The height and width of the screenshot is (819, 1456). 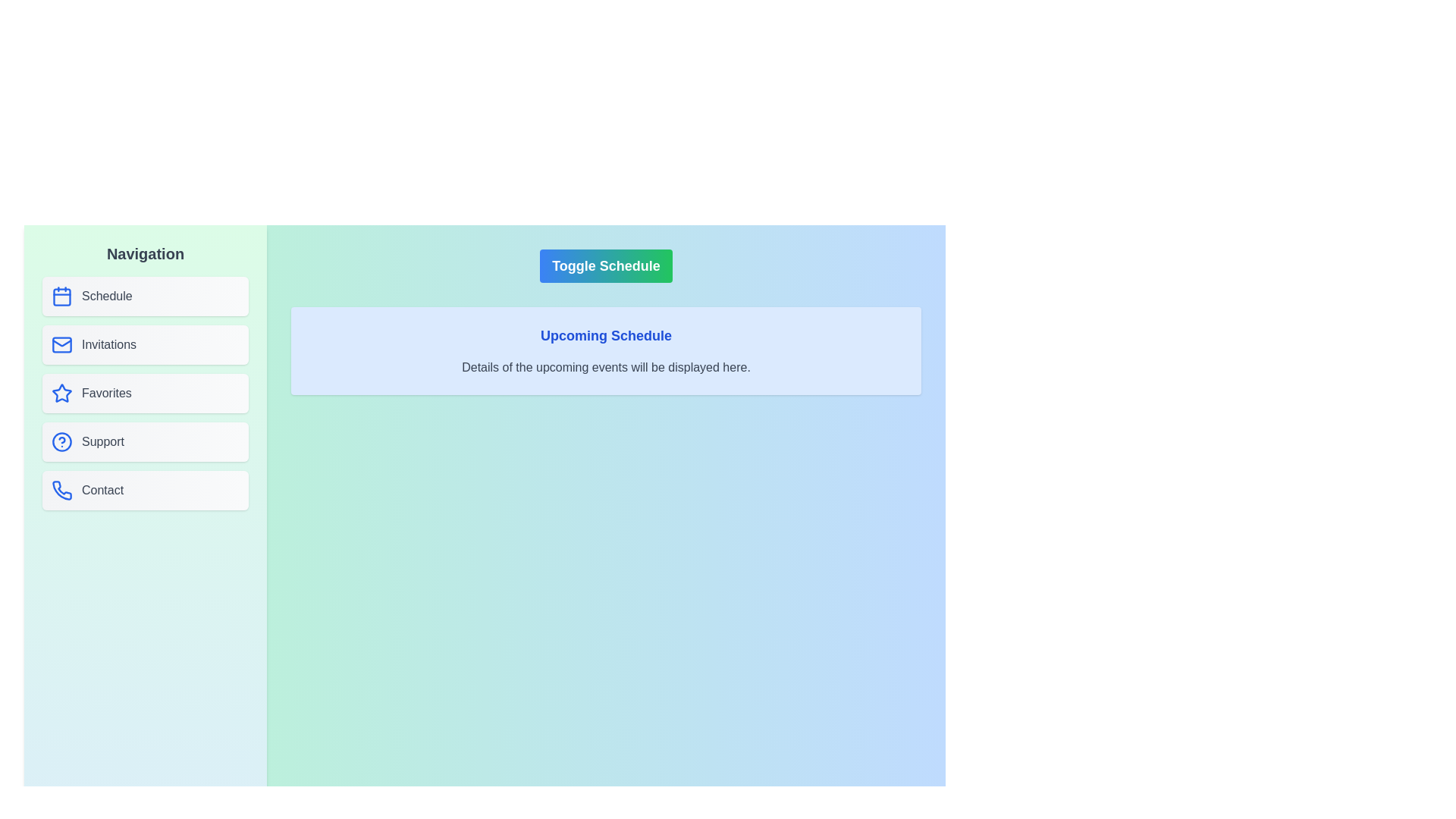 I want to click on the Schedule button in the sidebar to navigate to the corresponding section, so click(x=146, y=296).